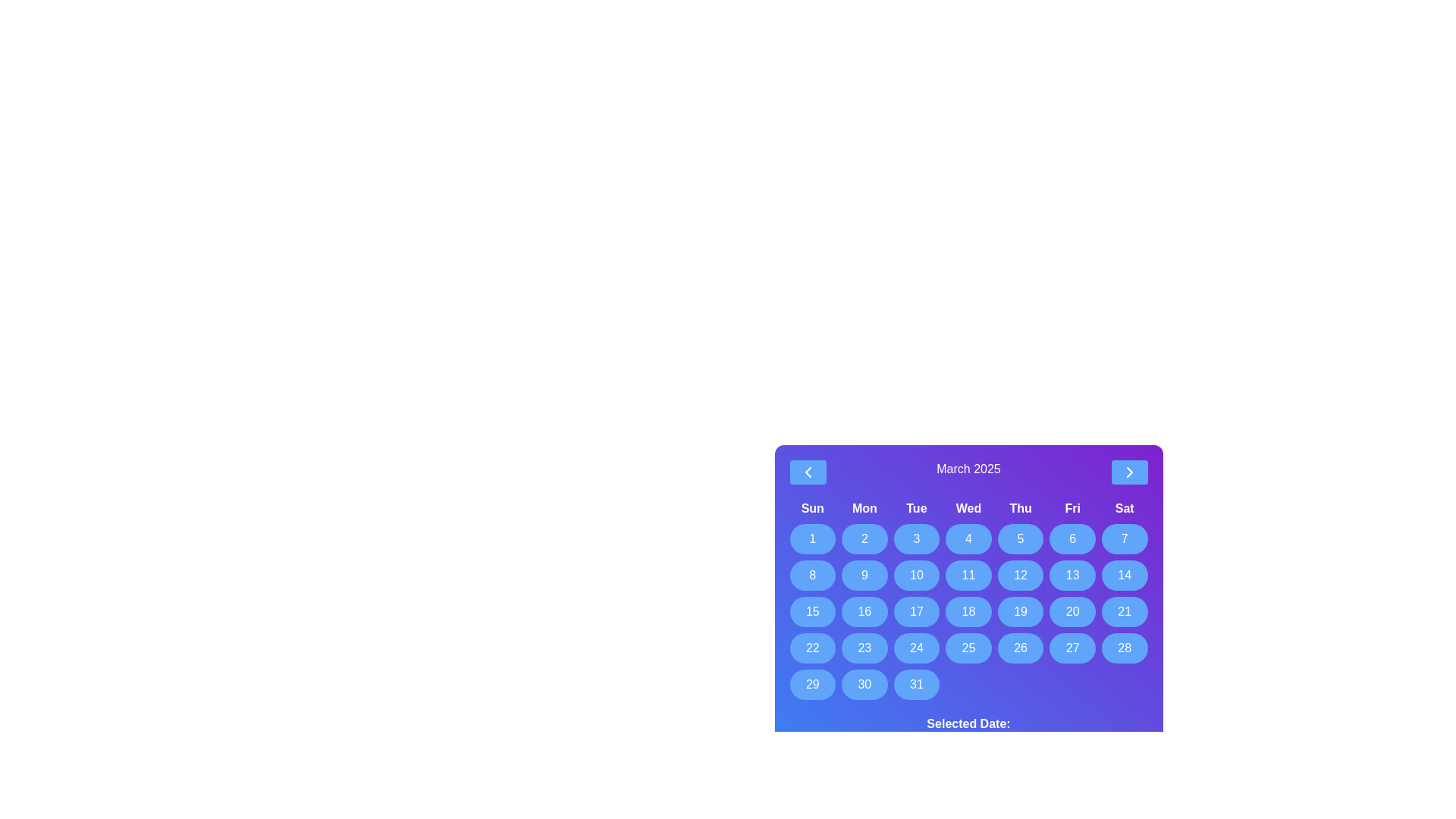 This screenshot has width=1456, height=819. I want to click on the round blue button labeled '4' in the calendar grid, so click(967, 538).